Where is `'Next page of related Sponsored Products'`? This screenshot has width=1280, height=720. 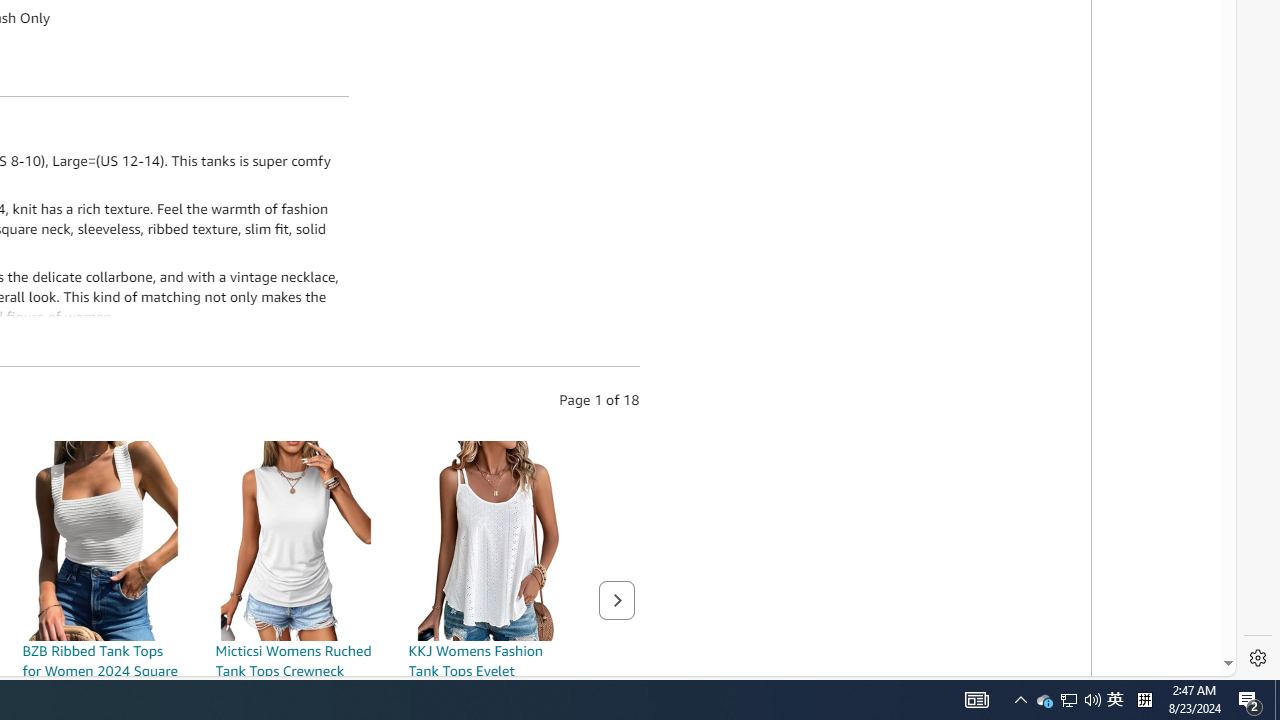
'Next page of related Sponsored Products' is located at coordinates (615, 599).